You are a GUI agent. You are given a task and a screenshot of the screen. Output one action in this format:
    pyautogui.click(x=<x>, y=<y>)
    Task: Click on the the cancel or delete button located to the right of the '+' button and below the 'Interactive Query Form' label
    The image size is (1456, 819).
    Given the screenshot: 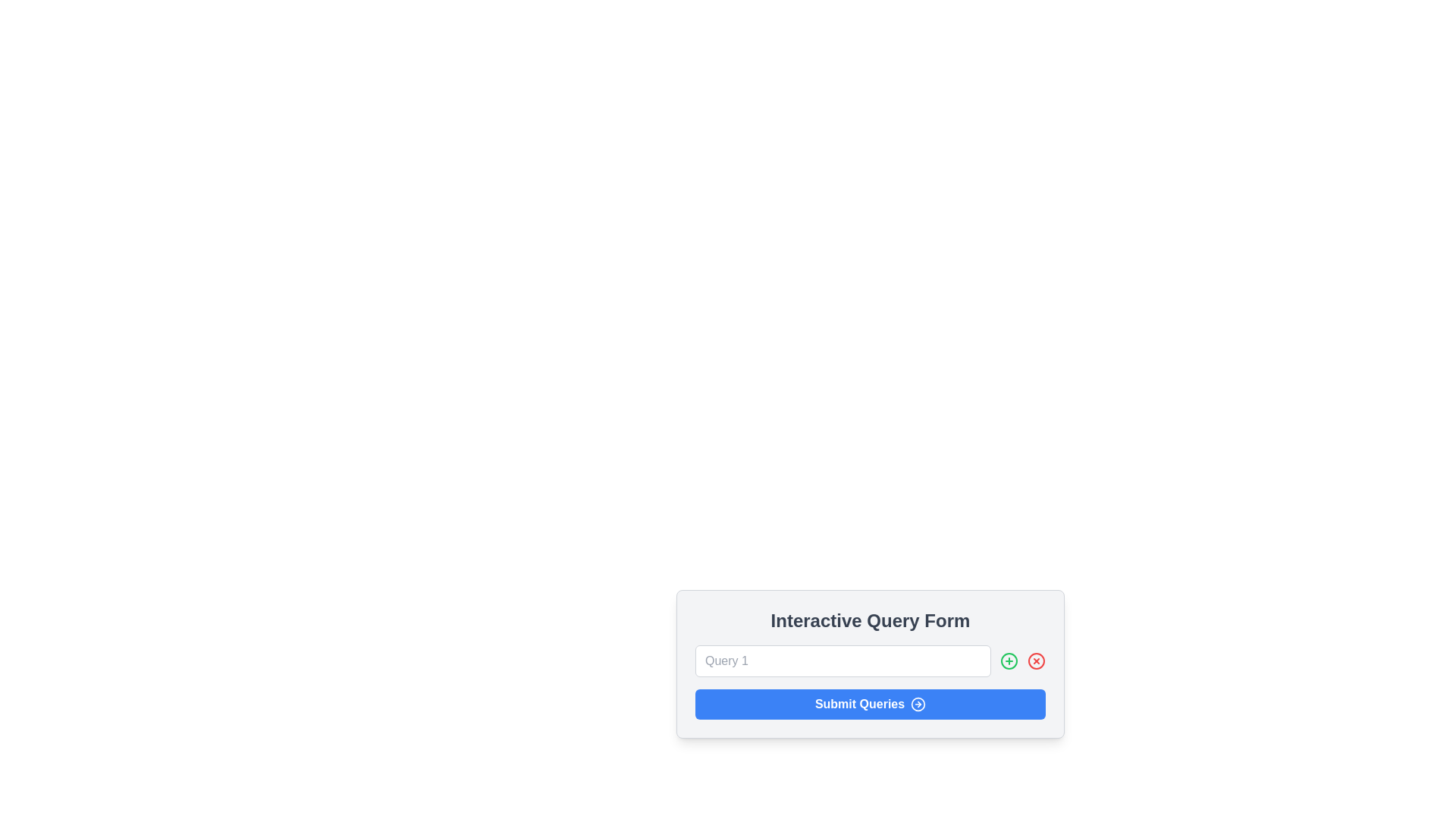 What is the action you would take?
    pyautogui.click(x=1036, y=660)
    